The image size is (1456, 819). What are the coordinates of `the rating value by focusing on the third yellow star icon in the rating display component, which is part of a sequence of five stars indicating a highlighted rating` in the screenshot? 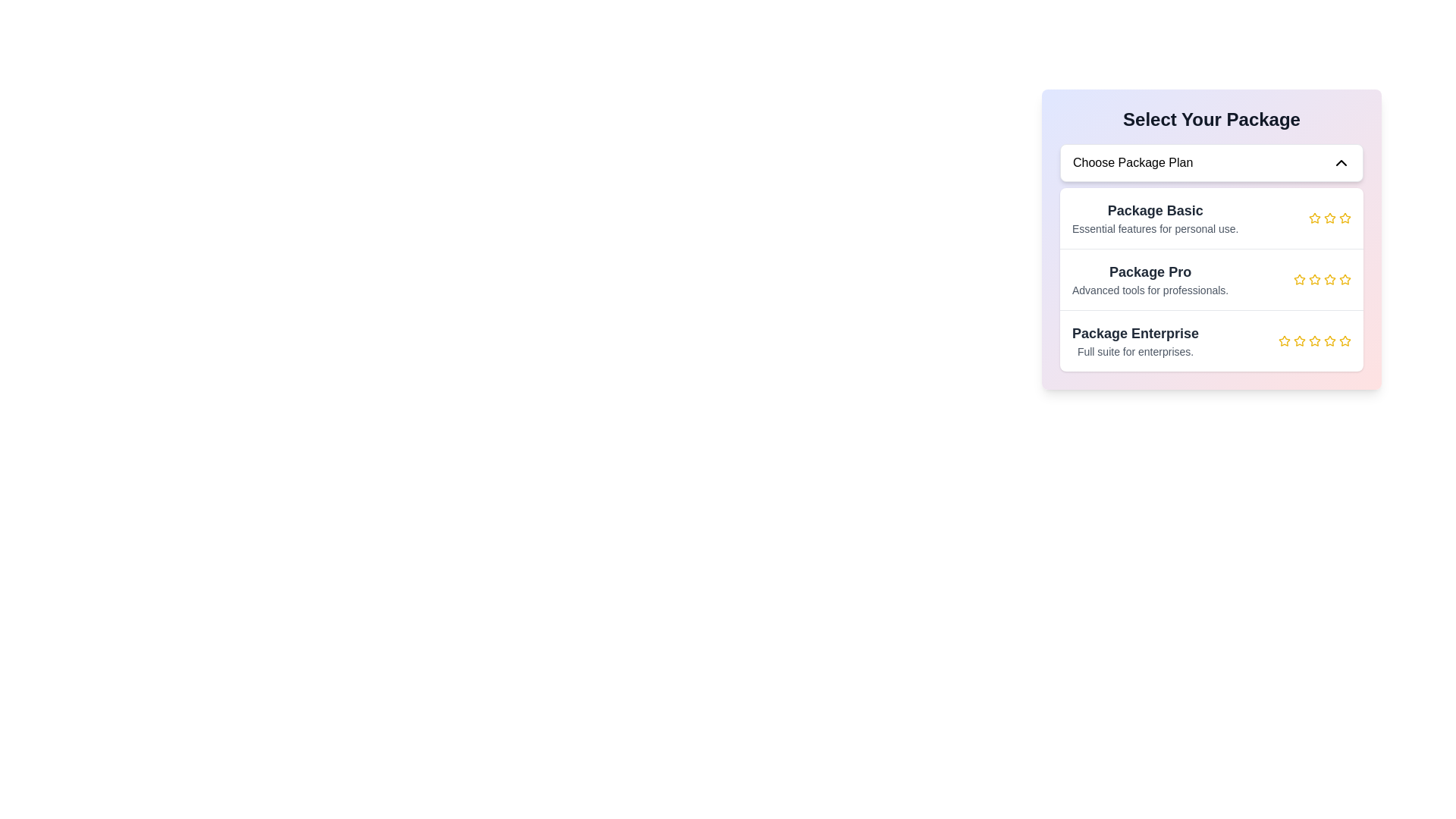 It's located at (1313, 341).